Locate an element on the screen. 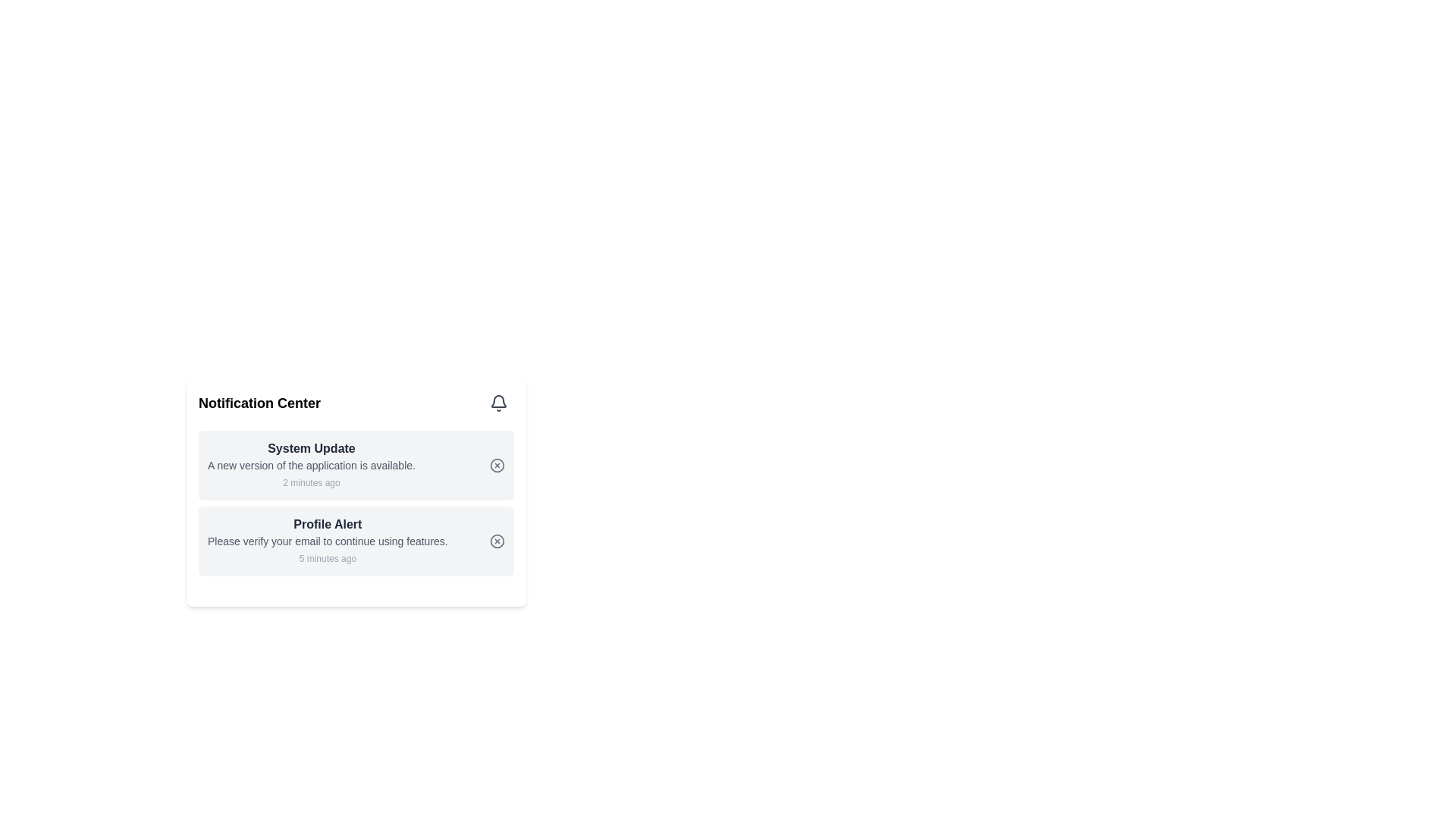 The image size is (1456, 819). the timestamp text label that indicates when the event occurred, positioned below the message 'Please verify your email to continue using features.' is located at coordinates (327, 558).